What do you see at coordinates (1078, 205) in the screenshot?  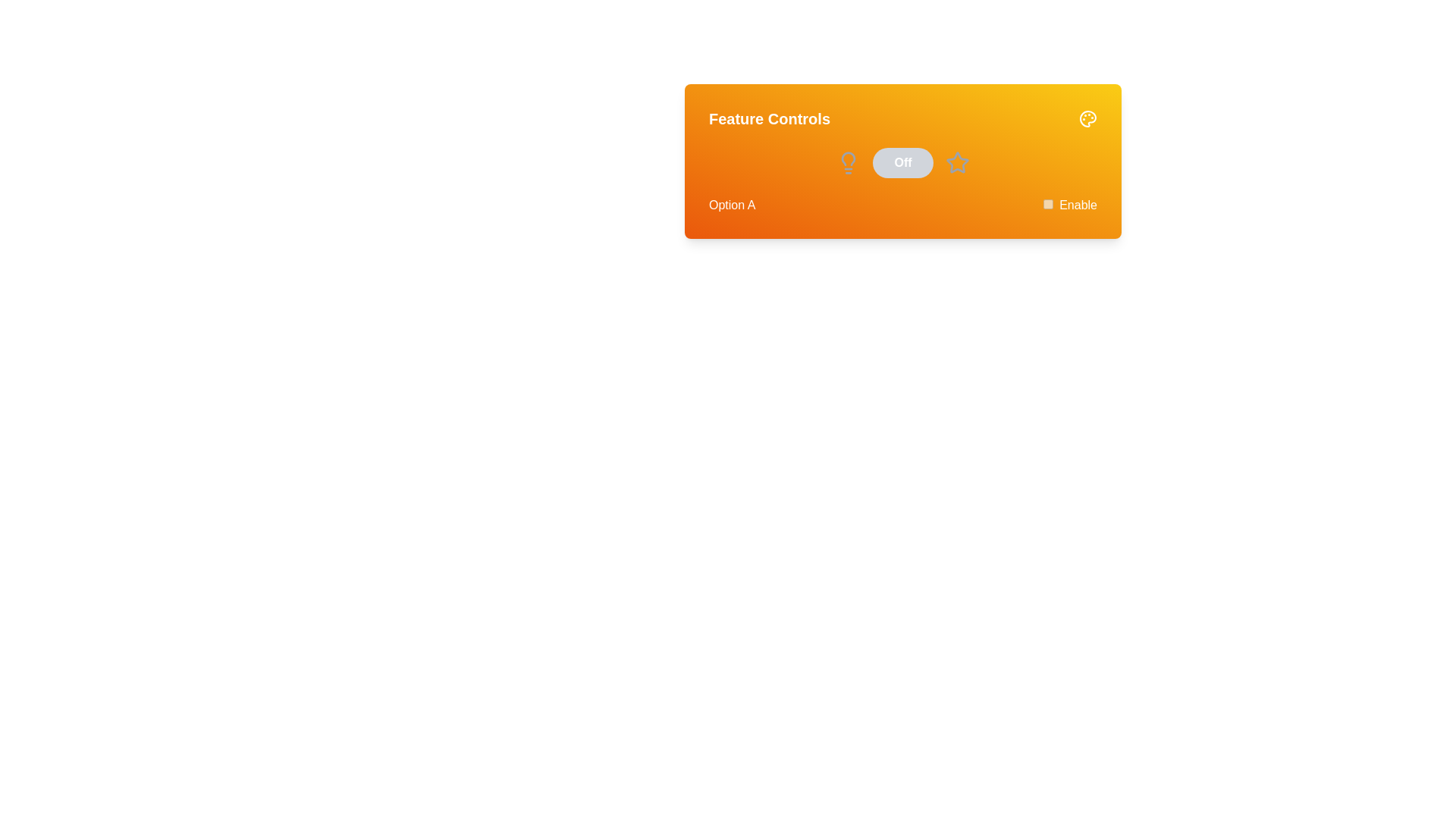 I see `the 'Enable' label, which is displayed in white font on an orange background and is located directly to the right of the 'Option A' checkbox` at bounding box center [1078, 205].